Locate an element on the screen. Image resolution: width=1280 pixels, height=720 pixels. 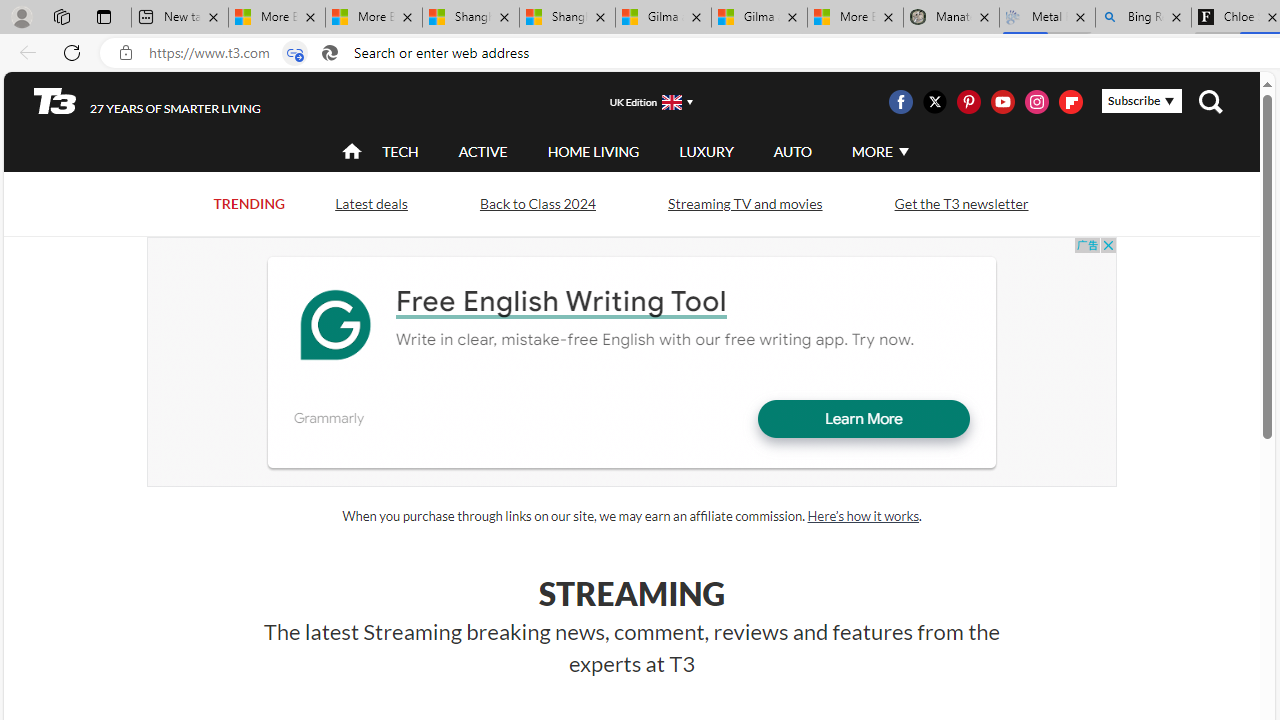
'Visit us on Flipboard' is located at coordinates (1069, 101).